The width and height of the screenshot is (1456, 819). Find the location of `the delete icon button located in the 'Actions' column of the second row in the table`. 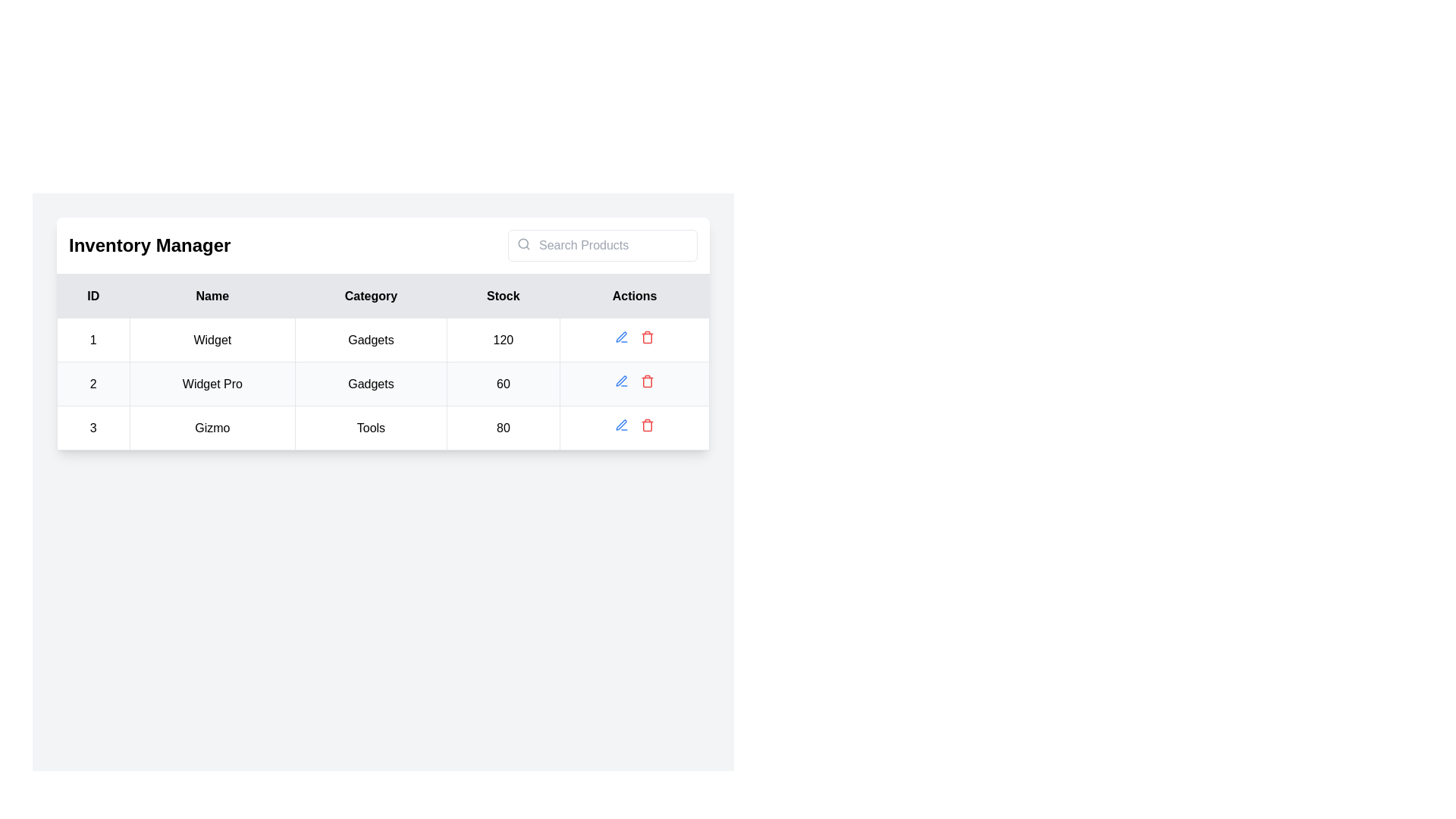

the delete icon button located in the 'Actions' column of the second row in the table is located at coordinates (648, 336).